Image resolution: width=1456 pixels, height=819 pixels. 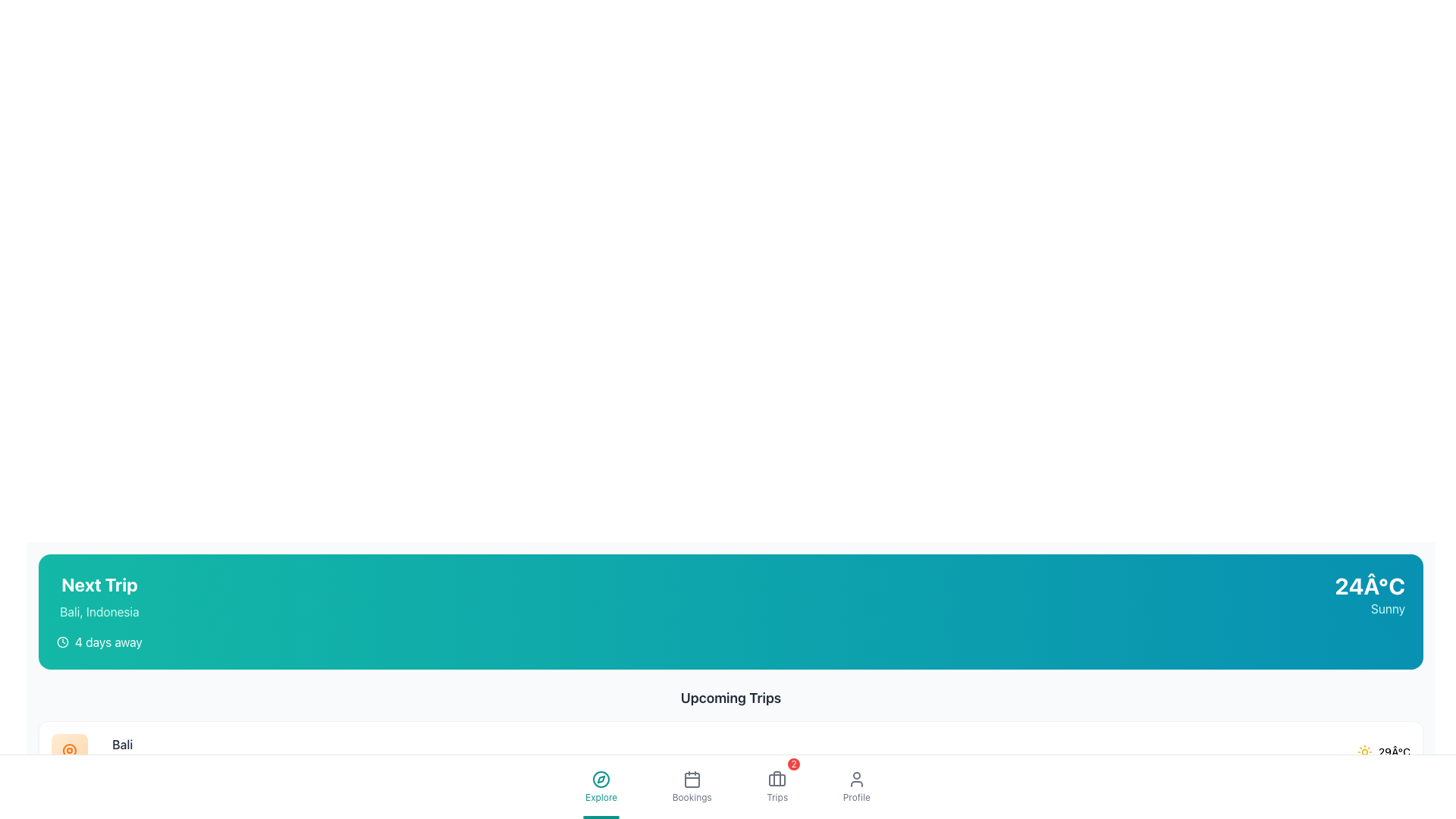 I want to click on the Text label that displays the location of the next trip, which is centrally aligned between the 'Next Trip' label above and the '4 days away' text and clock icon below, so click(x=99, y=610).